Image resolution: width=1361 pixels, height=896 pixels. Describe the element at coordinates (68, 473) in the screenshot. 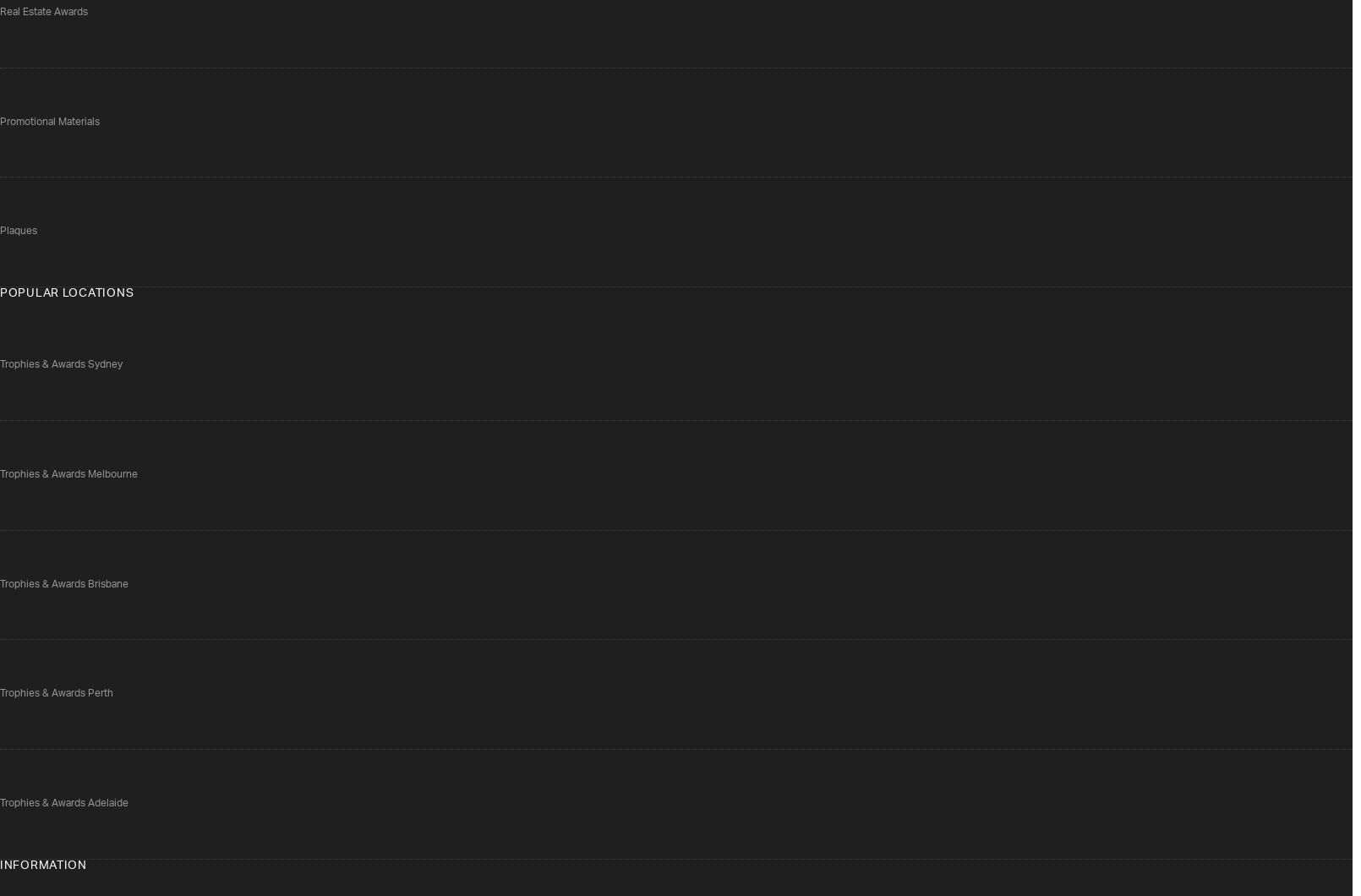

I see `'Trophies & Awards Melbourne'` at that location.